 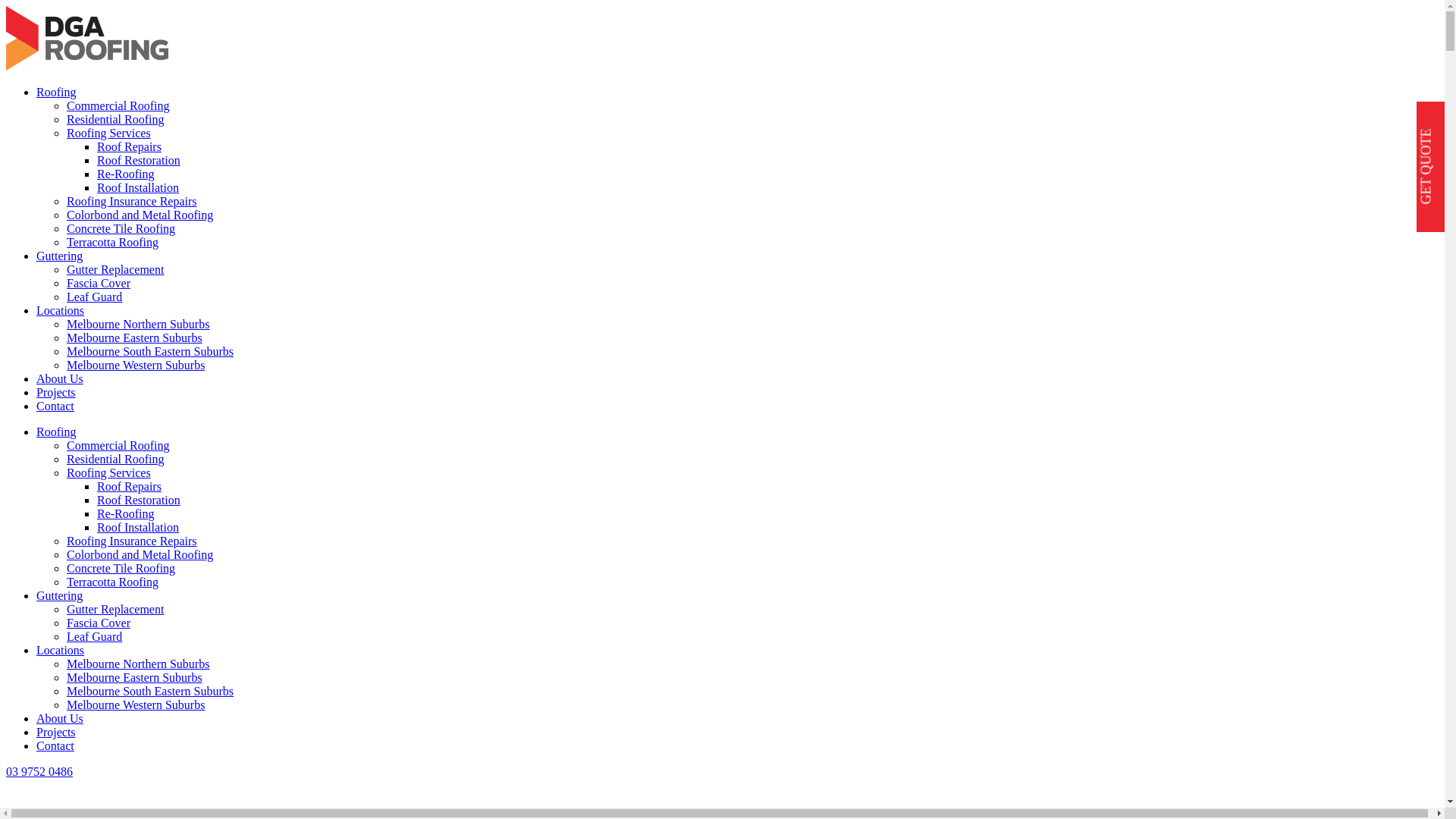 What do you see at coordinates (55, 431) in the screenshot?
I see `'Roofing'` at bounding box center [55, 431].